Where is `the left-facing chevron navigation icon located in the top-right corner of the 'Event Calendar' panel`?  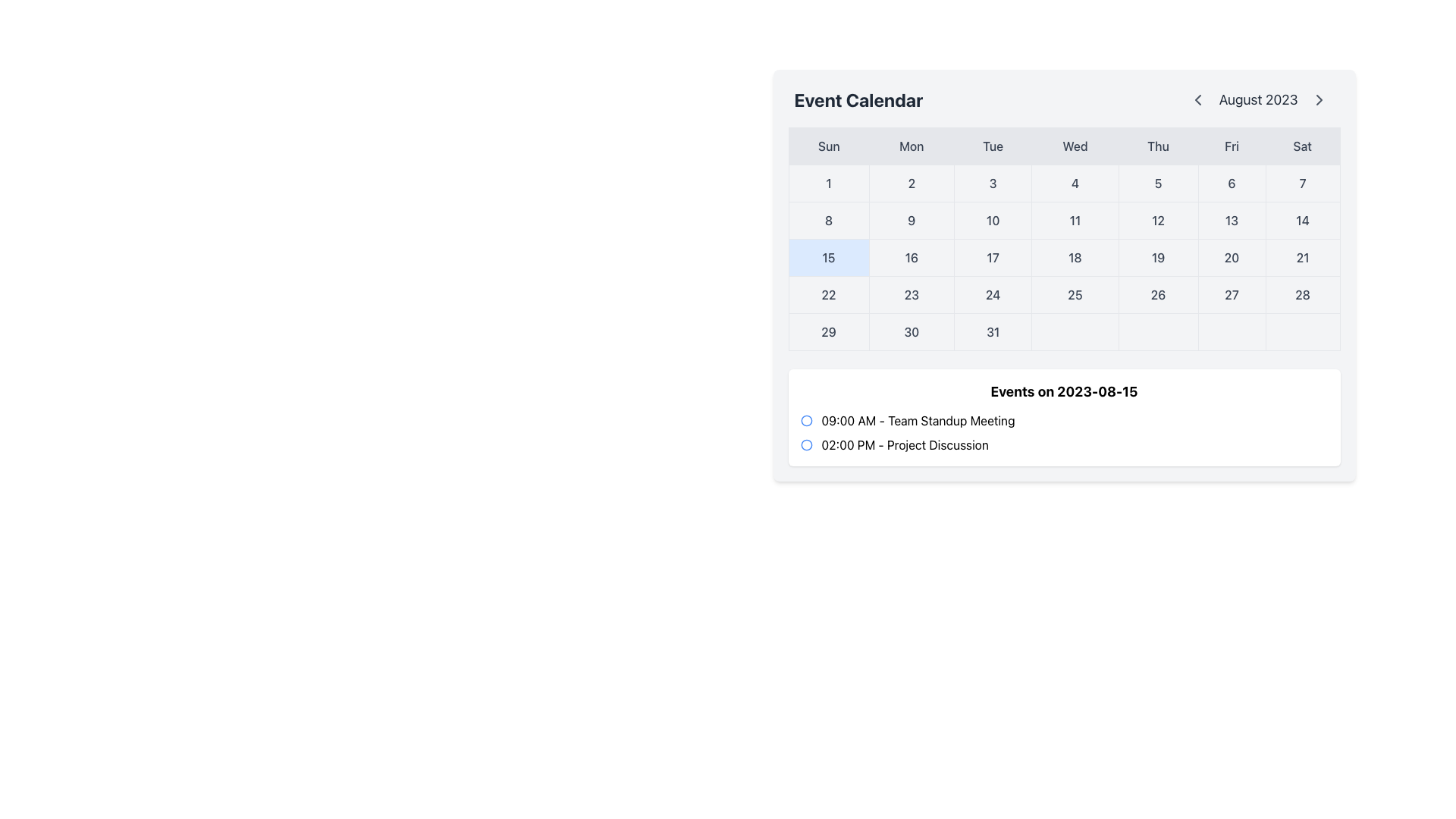
the left-facing chevron navigation icon located in the top-right corner of the 'Event Calendar' panel is located at coordinates (1197, 99).